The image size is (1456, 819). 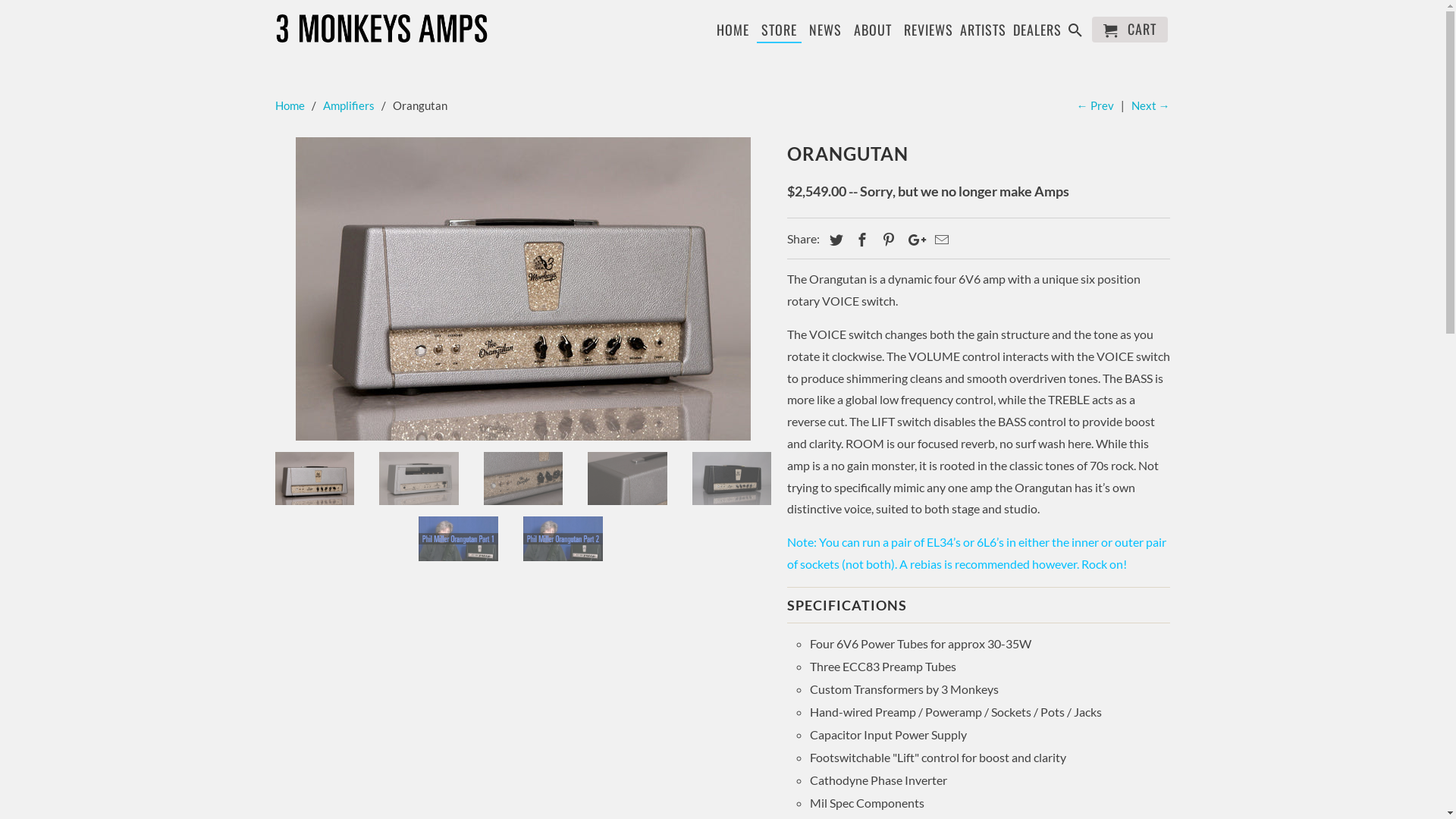 I want to click on 'Share this on Pinterest', so click(x=886, y=239).